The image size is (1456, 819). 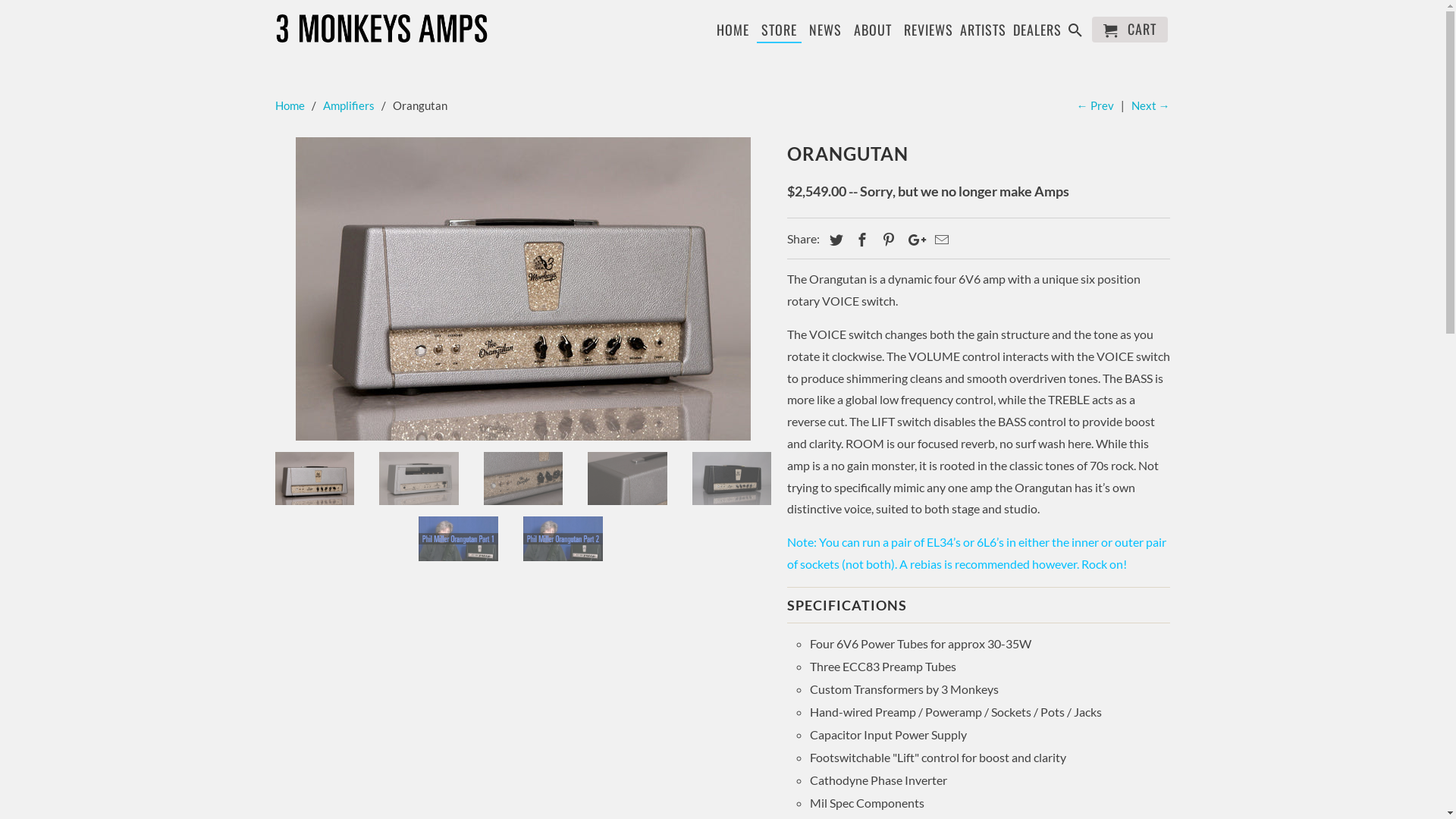 I want to click on 'Share this on Pinterest', so click(x=886, y=239).